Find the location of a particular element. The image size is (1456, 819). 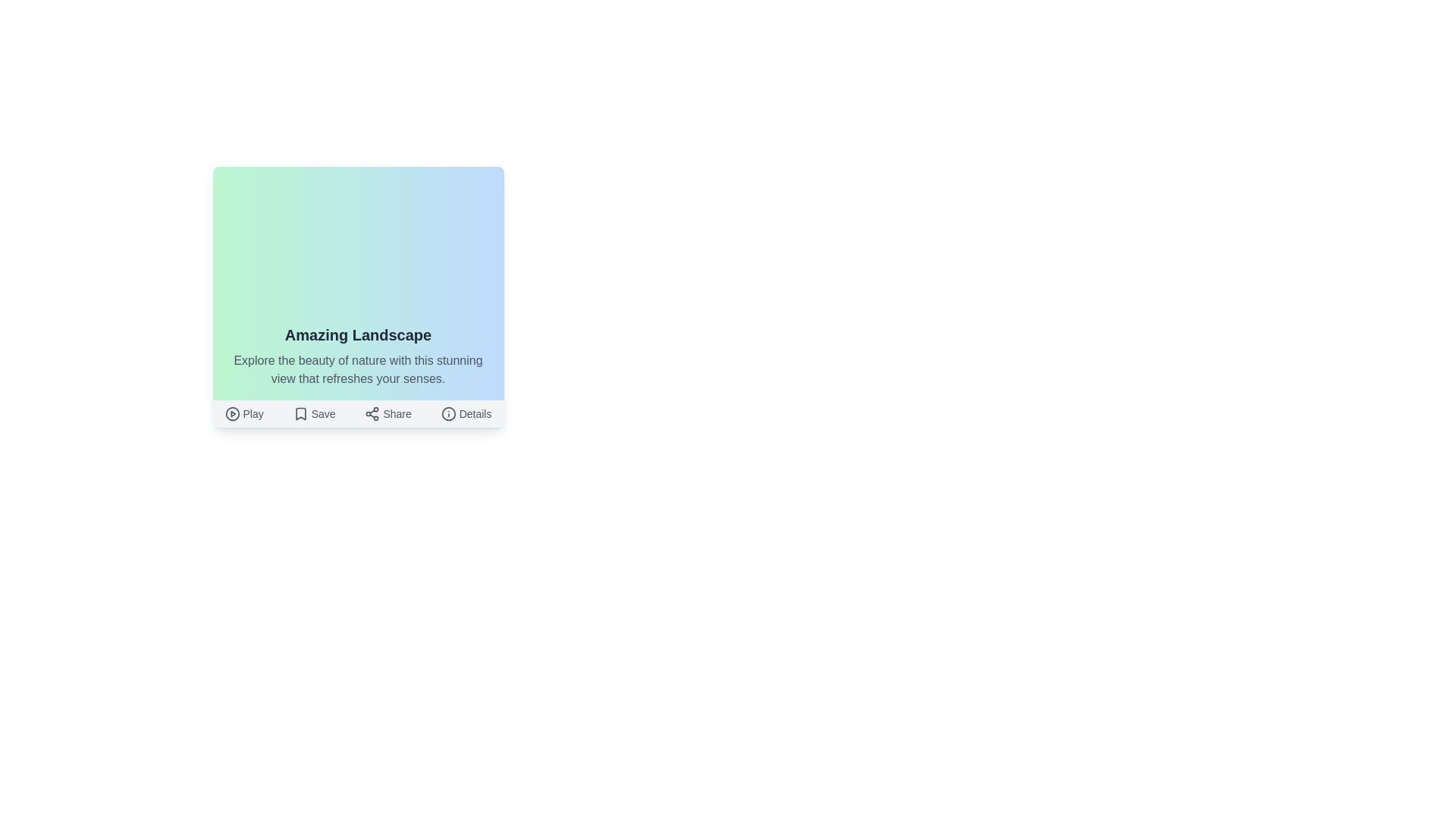

the bookmark-shaped icon next to the 'Save' text in the horizontal navigation bar at the bottom of the content card is located at coordinates (300, 414).